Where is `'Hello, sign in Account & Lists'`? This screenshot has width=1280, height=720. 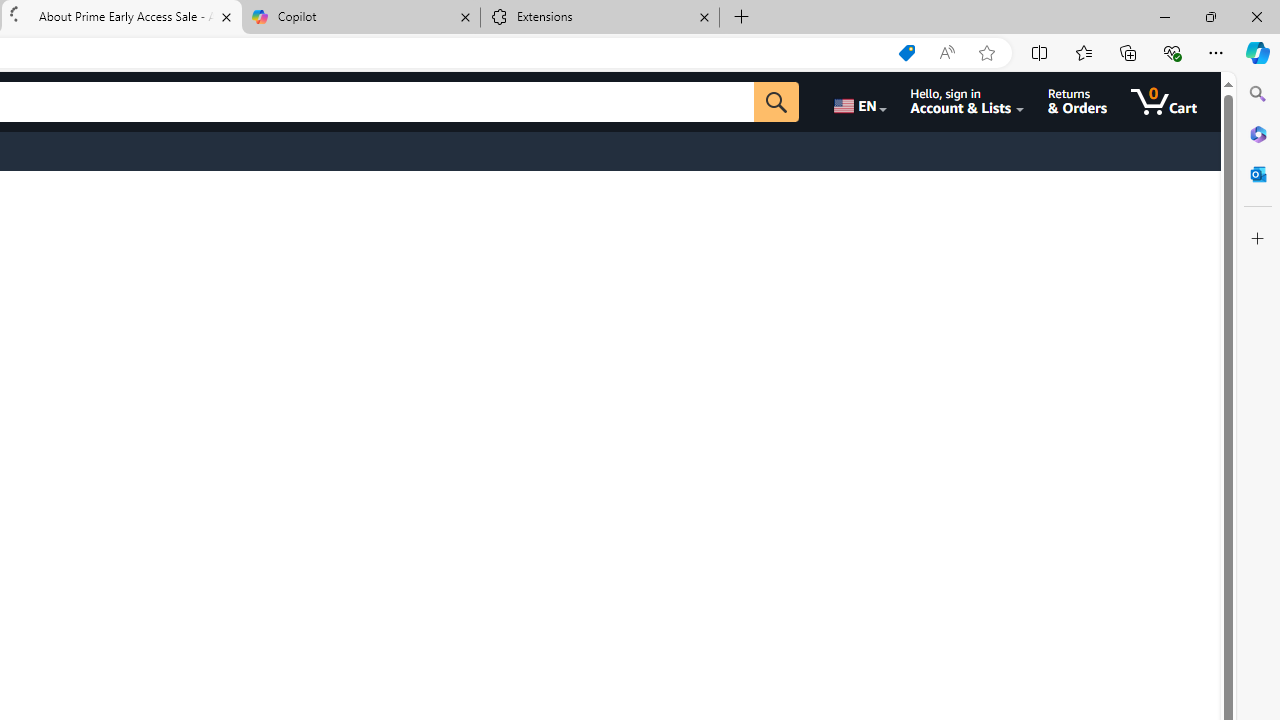 'Hello, sign in Account & Lists' is located at coordinates (983, 101).